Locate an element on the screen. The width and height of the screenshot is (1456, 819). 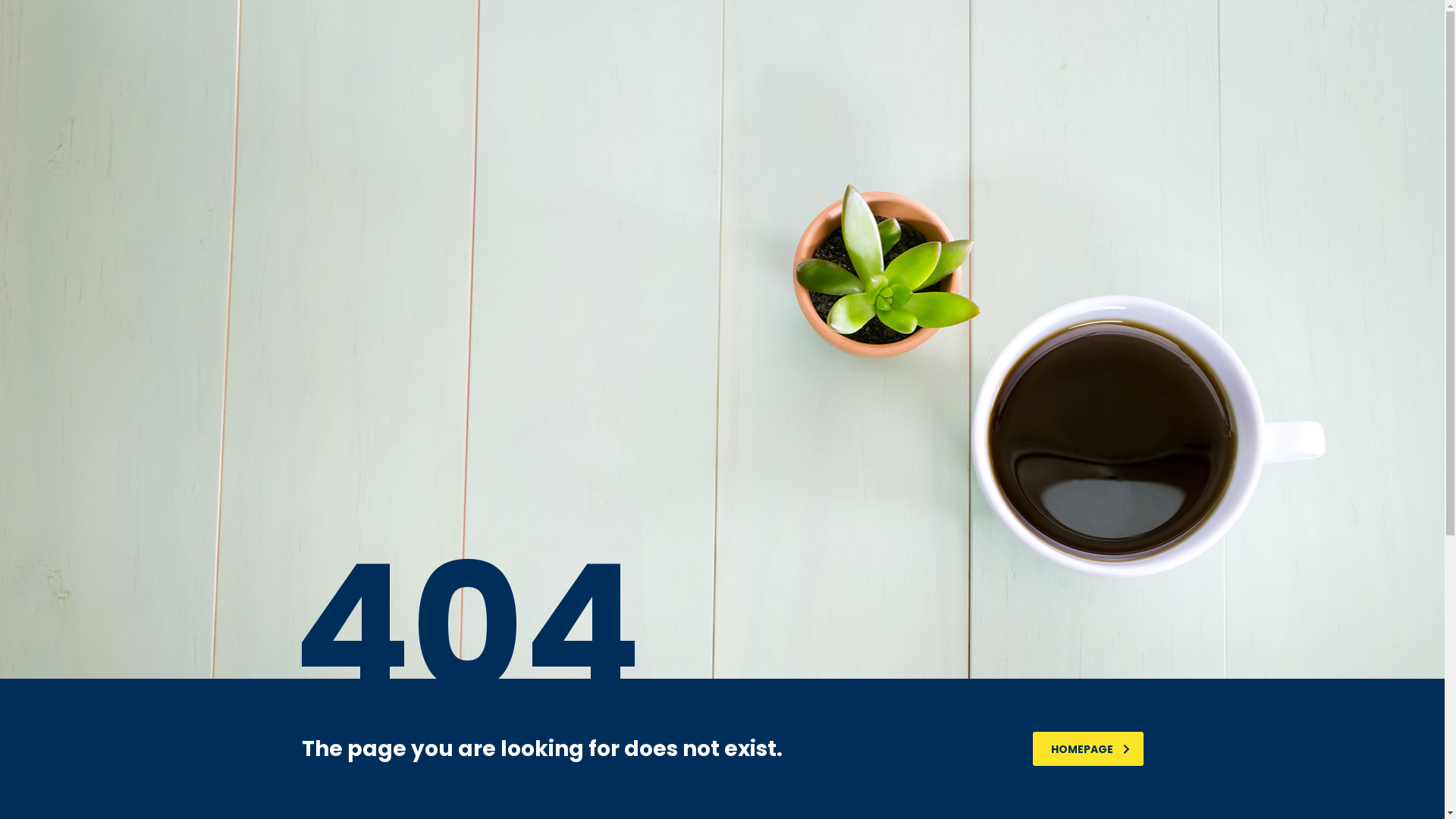
'HOMEPAGE' is located at coordinates (1032, 748).